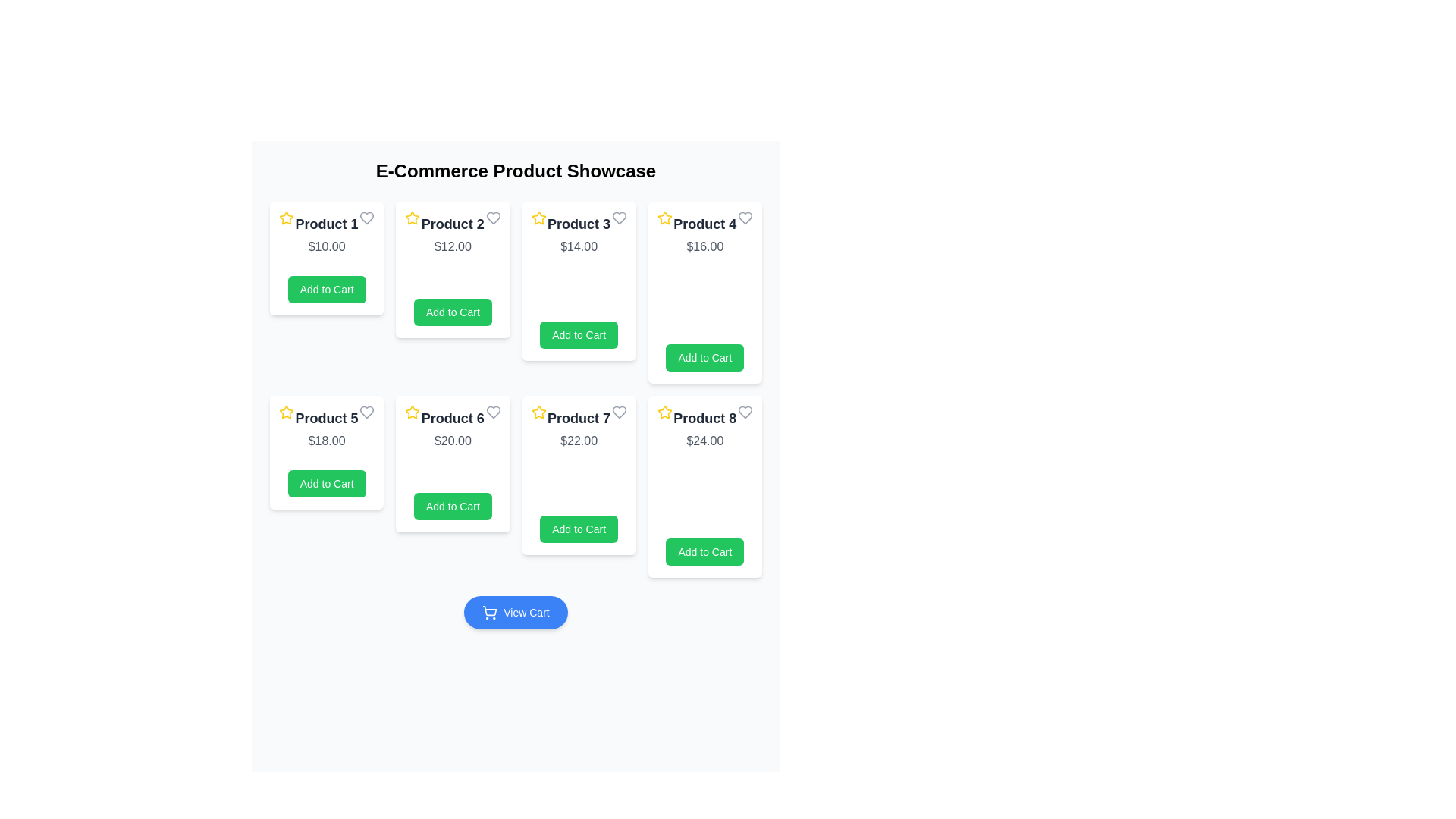  What do you see at coordinates (704, 246) in the screenshot?
I see `text displayed in the Text label showing the price '$16.00', which is located below the title 'Product 4' and above the 'Add to Cart' button in the fourth product card` at bounding box center [704, 246].